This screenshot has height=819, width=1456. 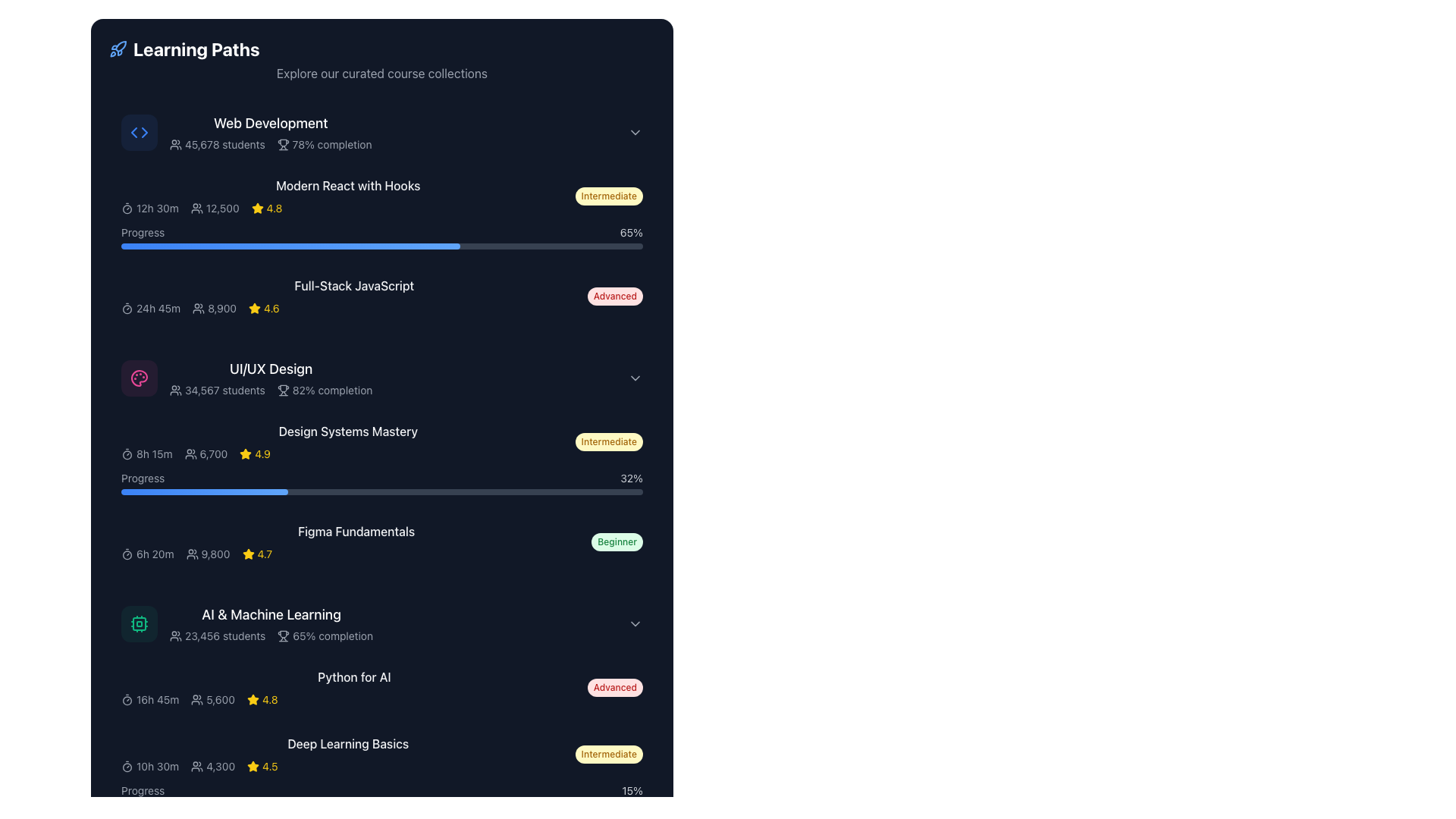 What do you see at coordinates (262, 699) in the screenshot?
I see `the numerical text displaying the average user rating for the 'Python for AI' course, which is part of the Rating display component located in the AI & Machine Learning section` at bounding box center [262, 699].